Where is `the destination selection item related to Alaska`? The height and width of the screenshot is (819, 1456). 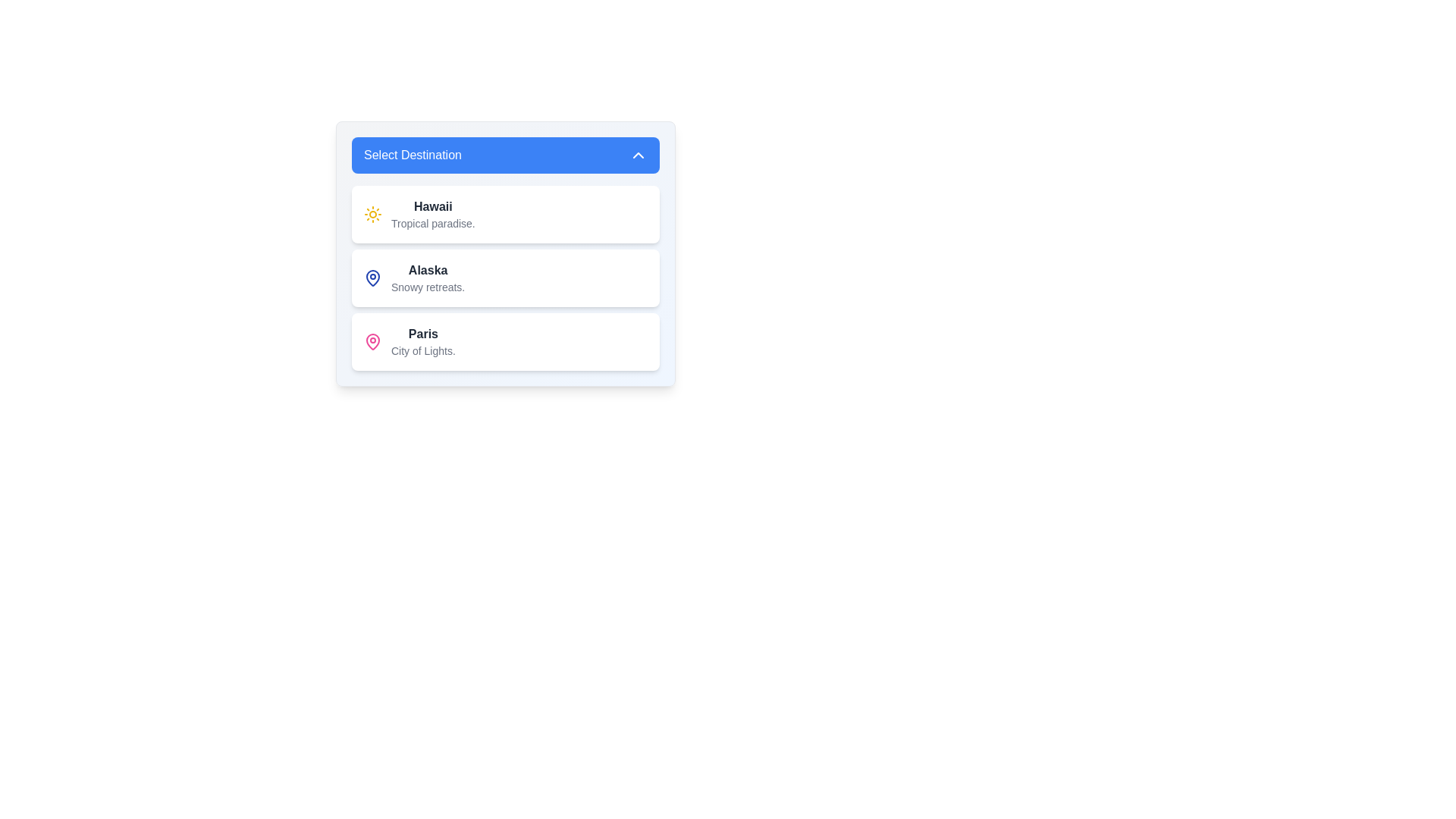 the destination selection item related to Alaska is located at coordinates (414, 278).